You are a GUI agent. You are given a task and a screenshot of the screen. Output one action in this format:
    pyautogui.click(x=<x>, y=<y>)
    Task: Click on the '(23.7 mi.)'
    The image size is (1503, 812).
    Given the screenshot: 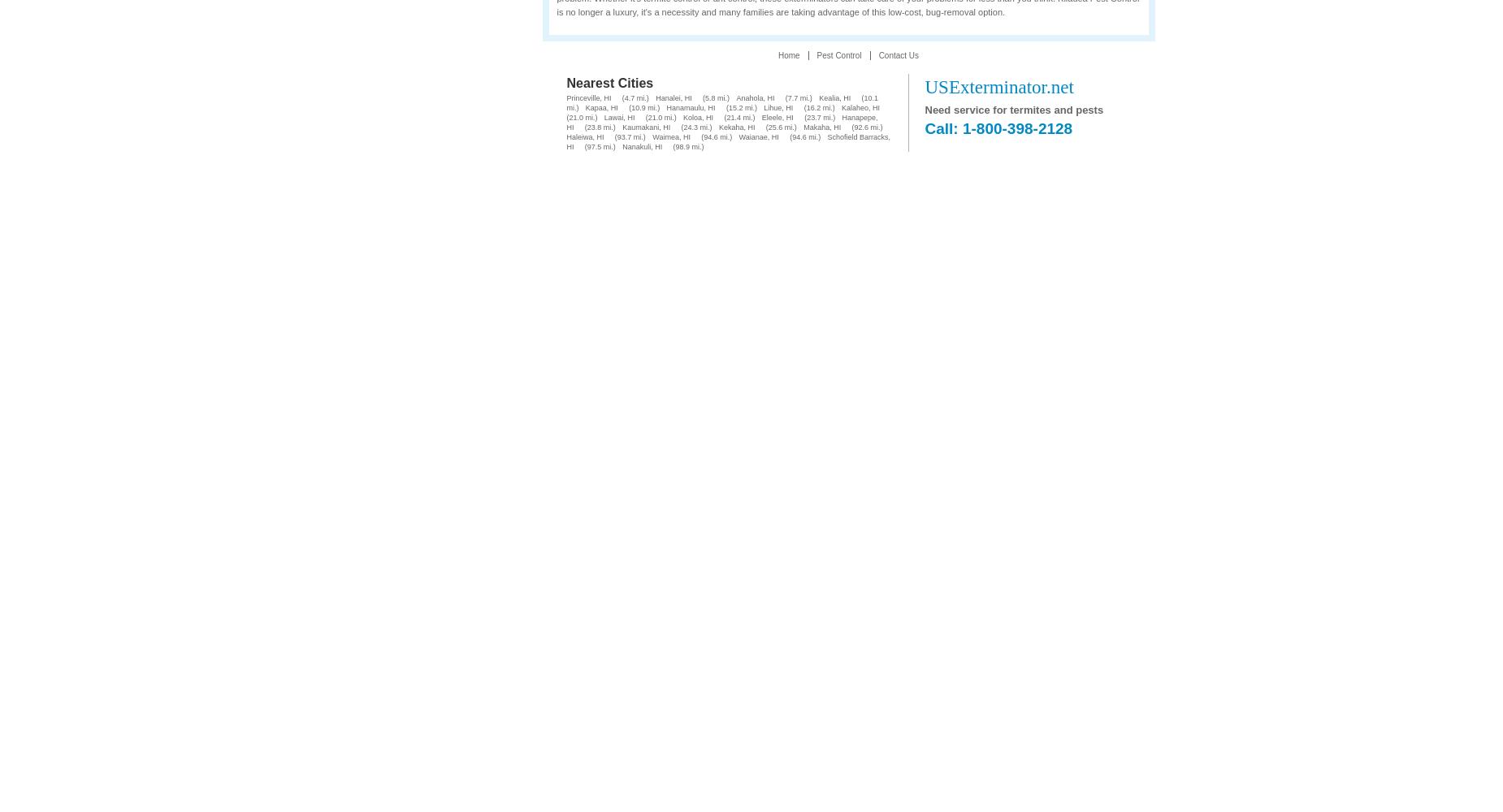 What is the action you would take?
    pyautogui.click(x=818, y=118)
    